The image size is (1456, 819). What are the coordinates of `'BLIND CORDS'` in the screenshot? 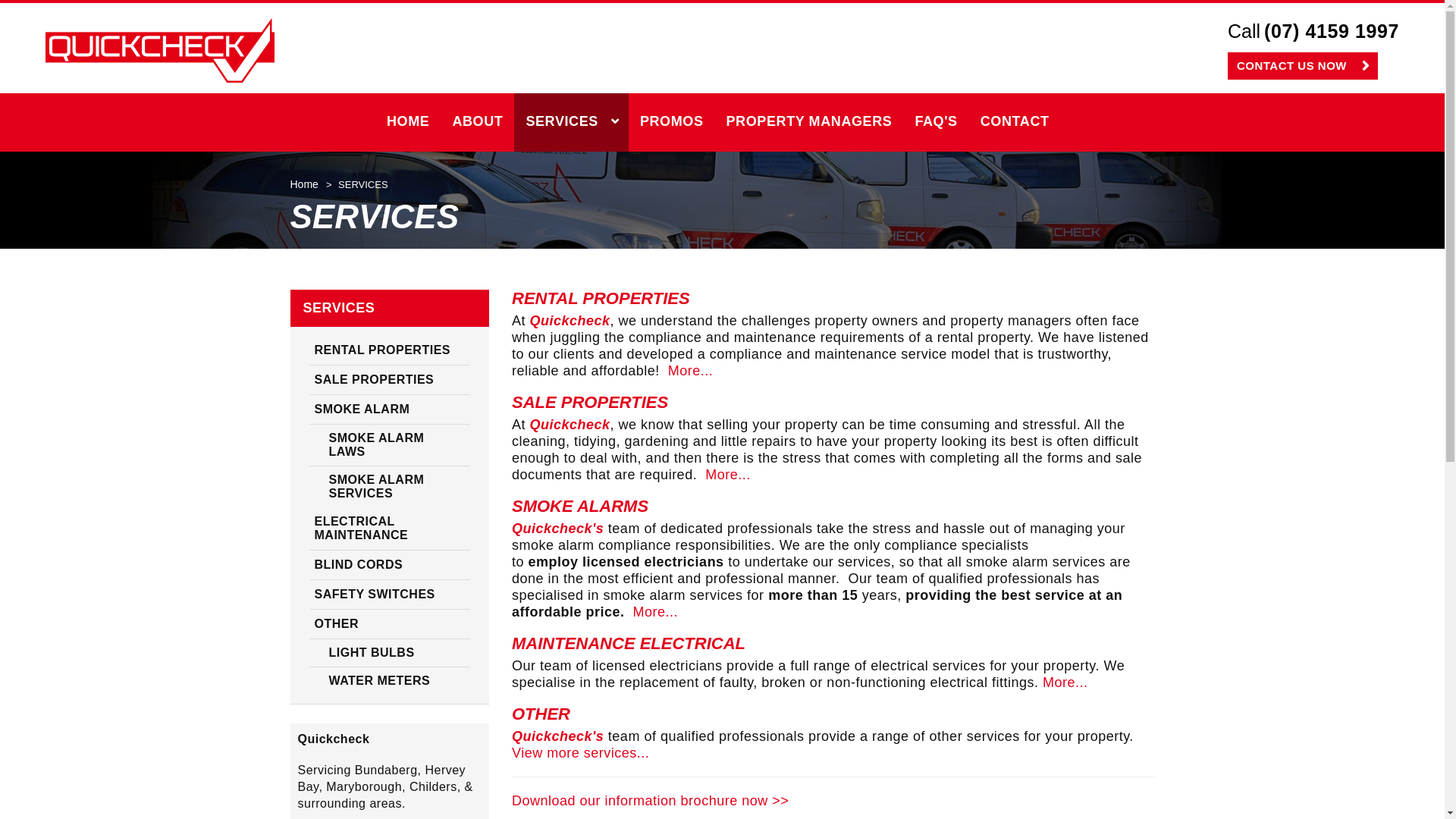 It's located at (390, 565).